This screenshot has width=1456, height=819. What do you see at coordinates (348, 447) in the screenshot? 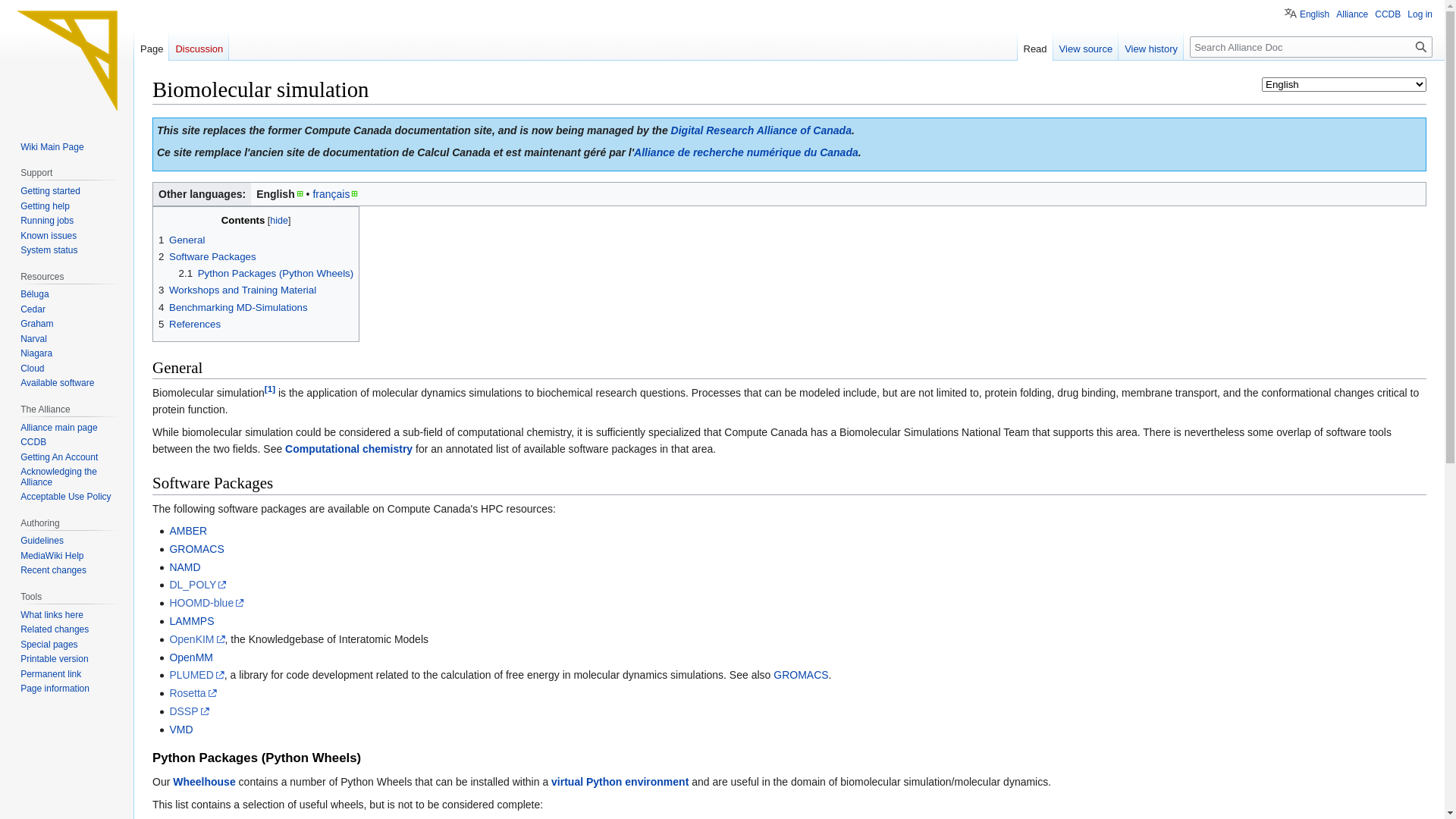
I see `'Computational chemistry'` at bounding box center [348, 447].